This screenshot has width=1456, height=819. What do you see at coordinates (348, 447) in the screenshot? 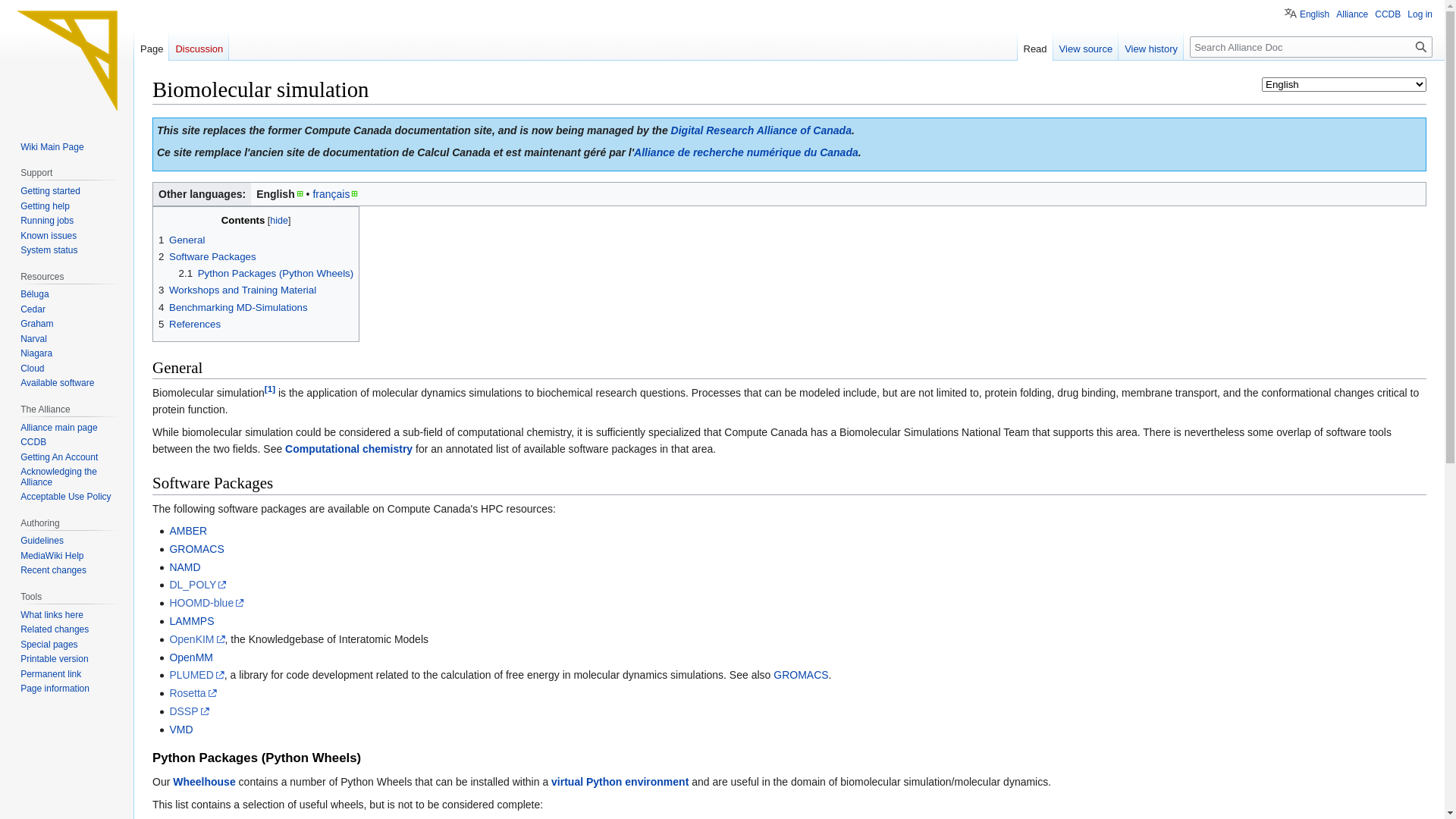
I see `'Computational chemistry'` at bounding box center [348, 447].